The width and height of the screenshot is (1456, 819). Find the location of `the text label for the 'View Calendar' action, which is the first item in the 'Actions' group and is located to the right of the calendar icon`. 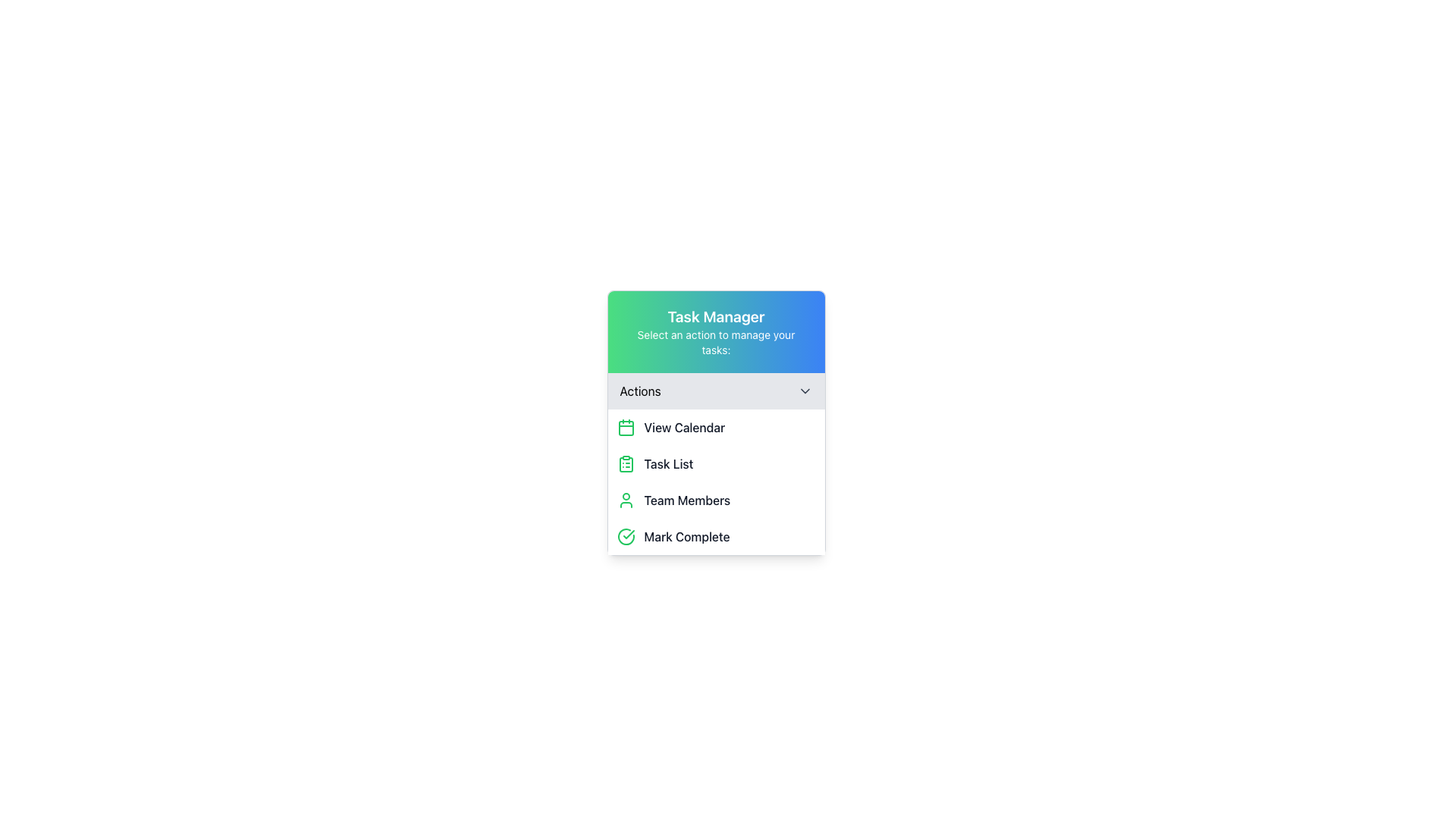

the text label for the 'View Calendar' action, which is the first item in the 'Actions' group and is located to the right of the calendar icon is located at coordinates (683, 427).